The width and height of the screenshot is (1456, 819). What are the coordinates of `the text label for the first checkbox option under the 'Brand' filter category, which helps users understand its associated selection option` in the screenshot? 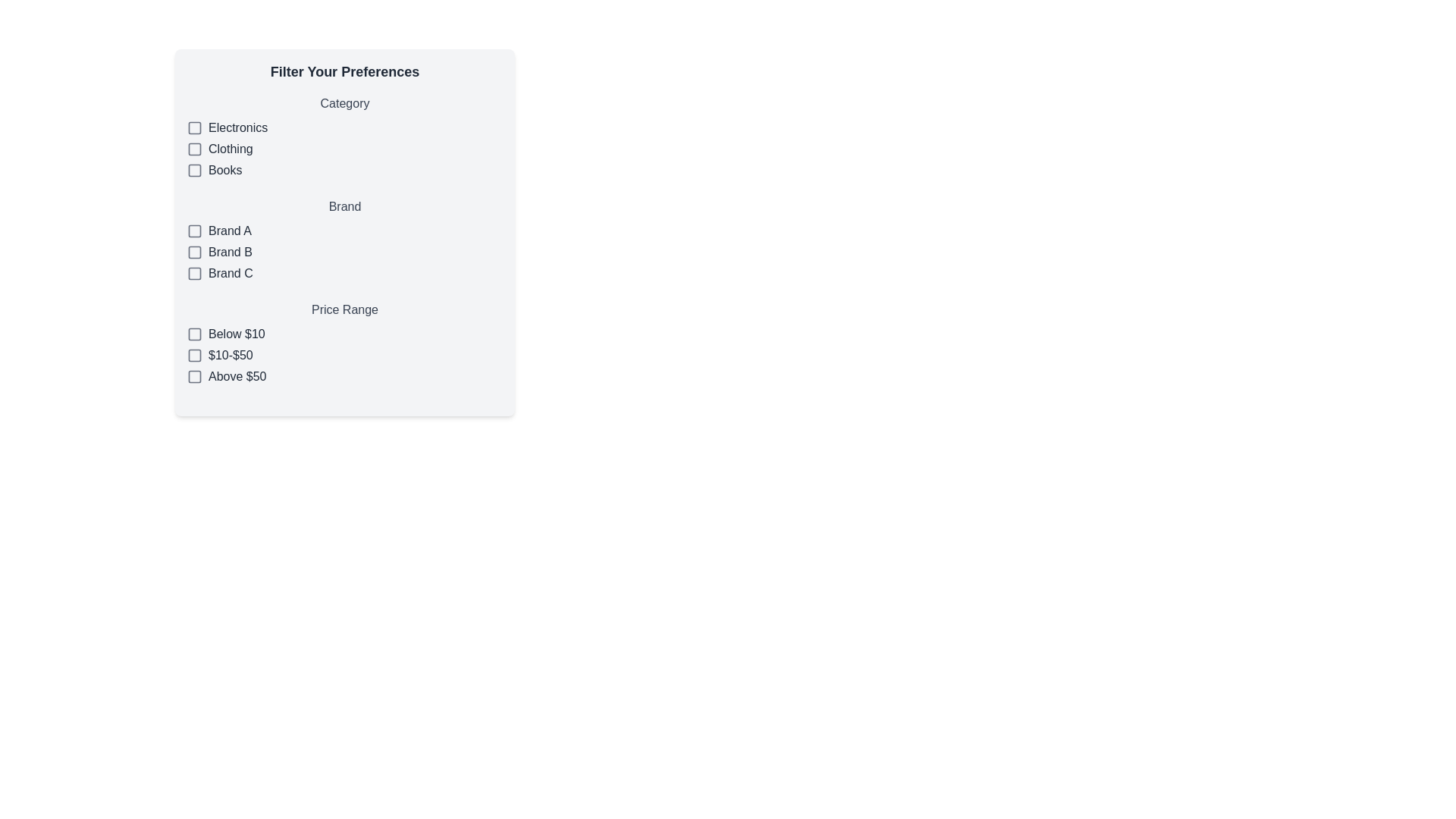 It's located at (229, 231).